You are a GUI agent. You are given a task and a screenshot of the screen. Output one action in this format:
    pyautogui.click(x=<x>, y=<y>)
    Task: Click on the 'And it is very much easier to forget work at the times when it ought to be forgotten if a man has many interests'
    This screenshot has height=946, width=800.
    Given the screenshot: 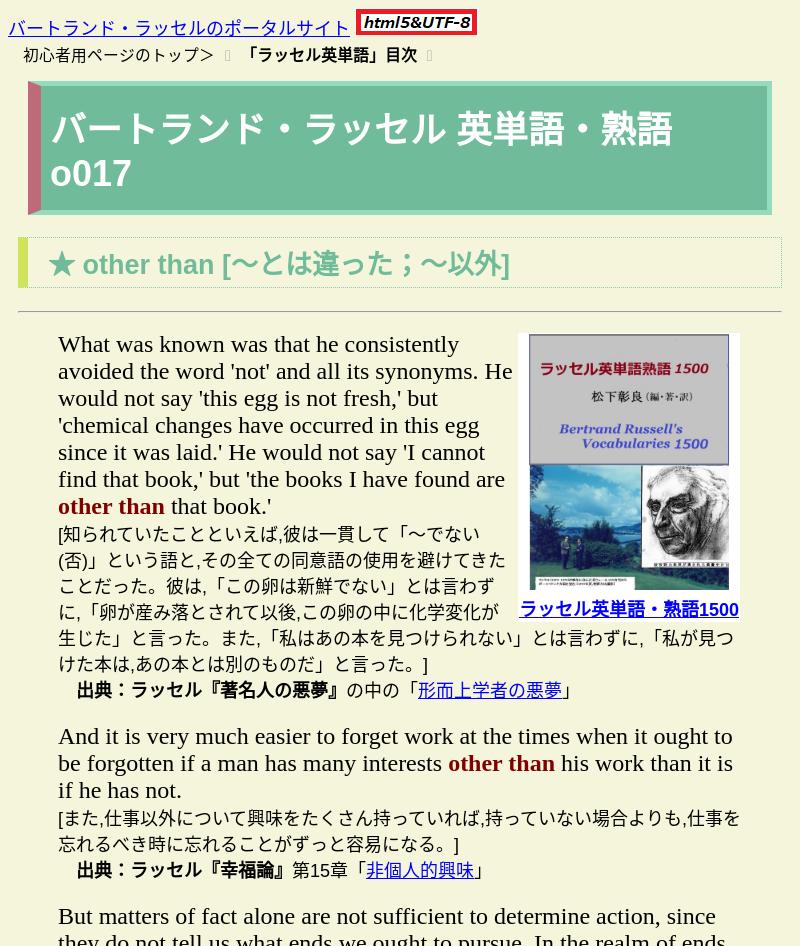 What is the action you would take?
    pyautogui.click(x=394, y=747)
    